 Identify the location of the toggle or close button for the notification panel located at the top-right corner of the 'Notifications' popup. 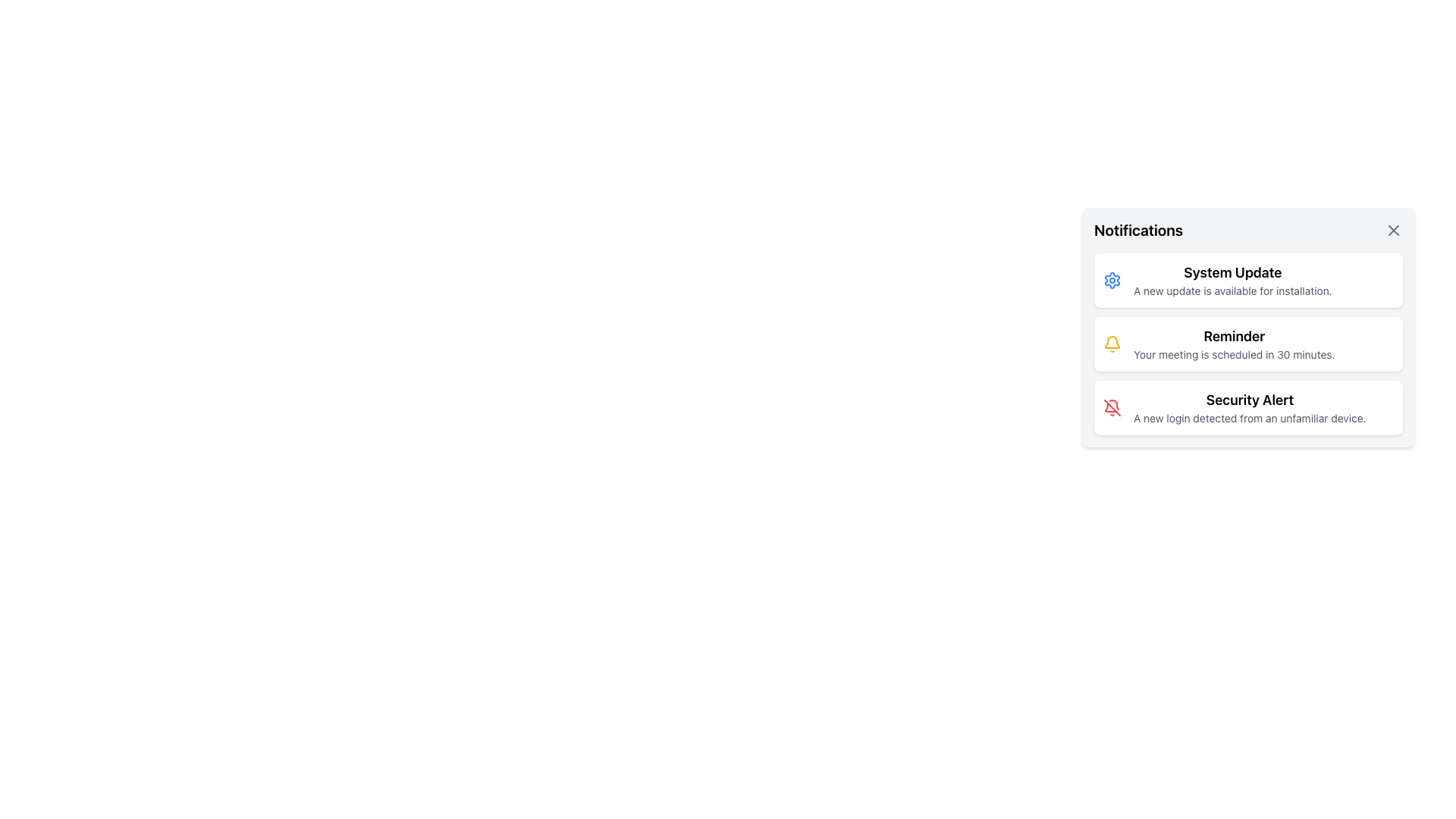
(1394, 231).